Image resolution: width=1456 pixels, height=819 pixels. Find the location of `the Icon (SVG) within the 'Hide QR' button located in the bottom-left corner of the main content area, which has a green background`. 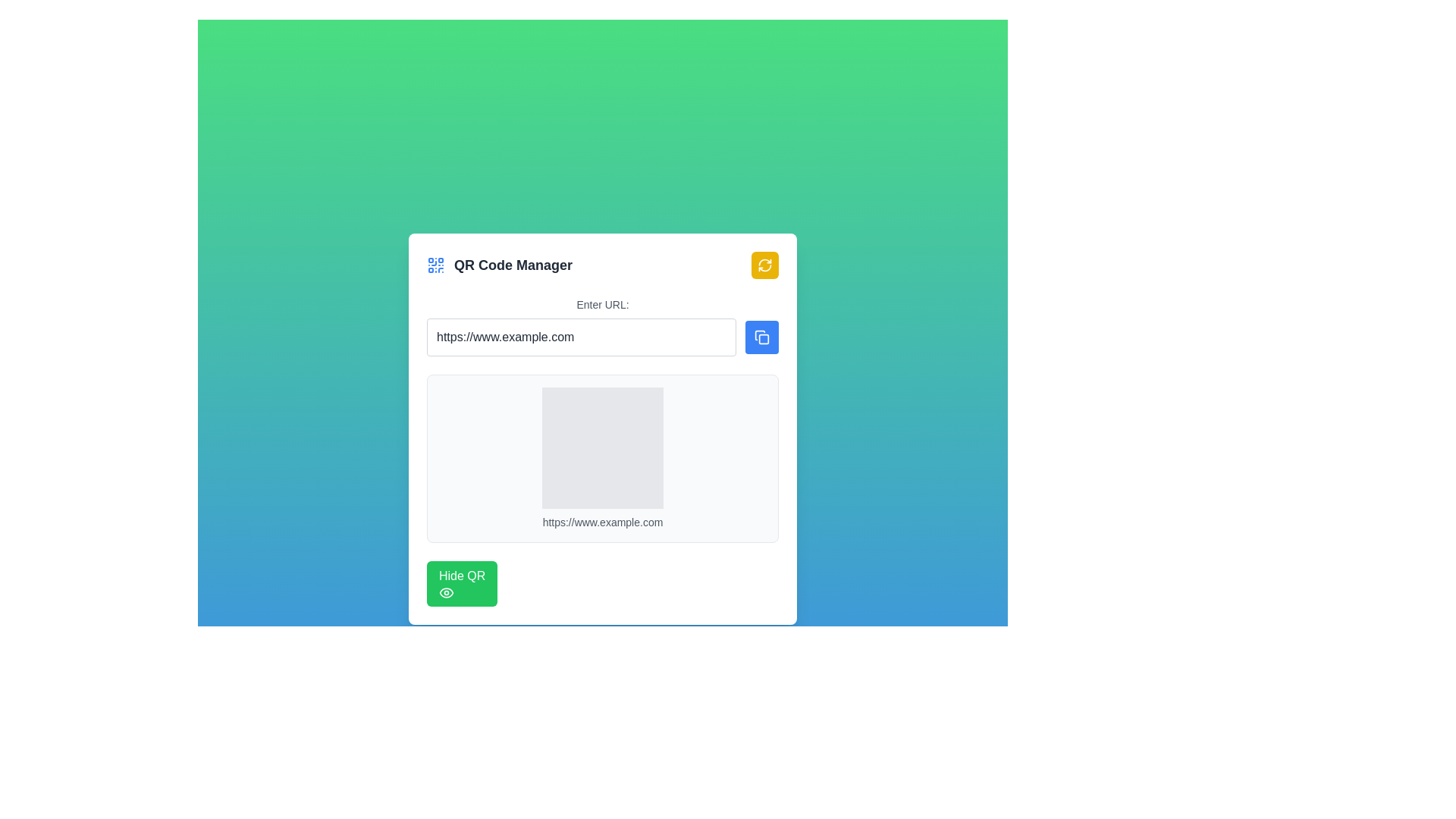

the Icon (SVG) within the 'Hide QR' button located in the bottom-left corner of the main content area, which has a green background is located at coordinates (446, 592).